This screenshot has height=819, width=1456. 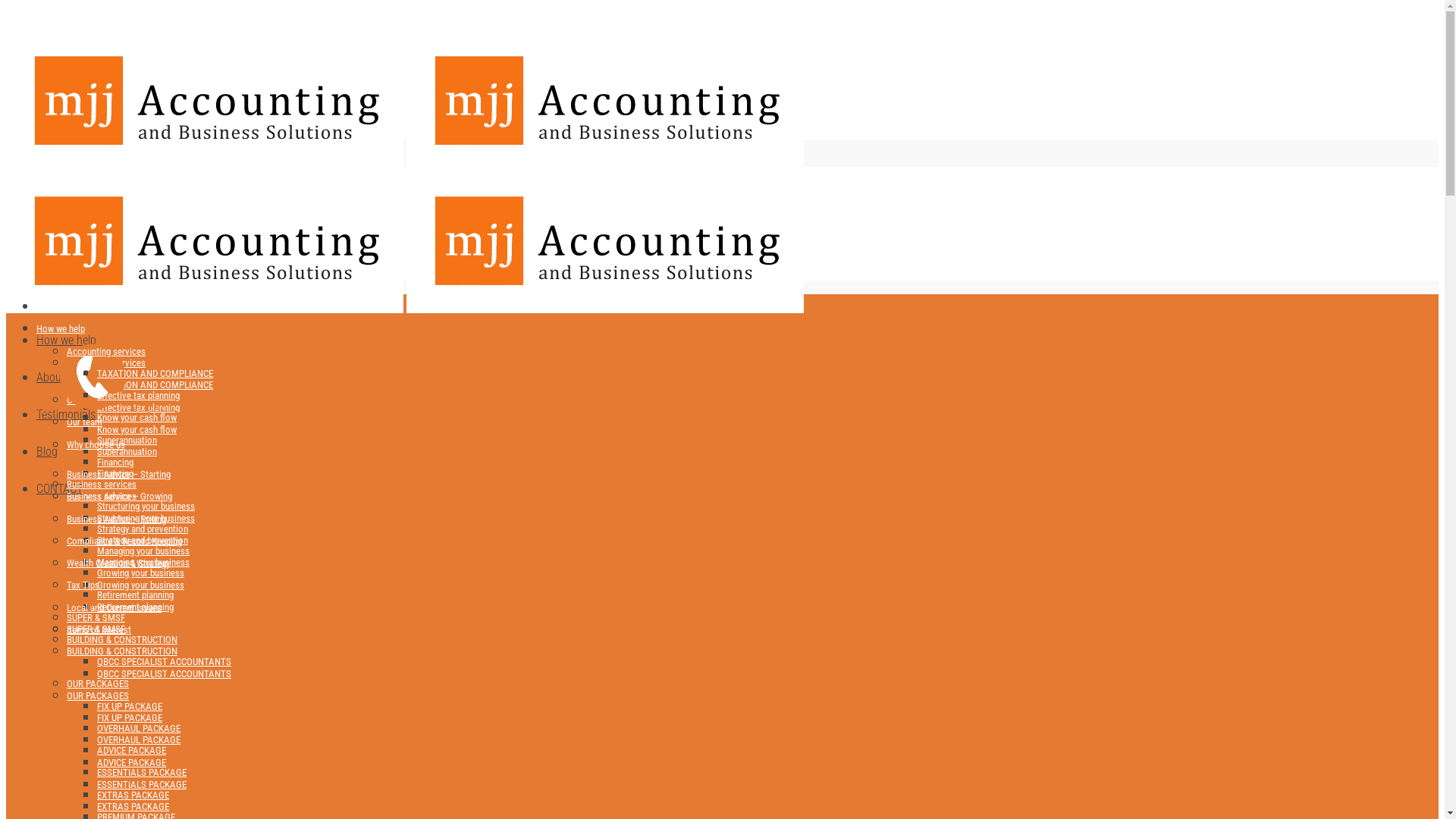 I want to click on 'Effective tax planning', so click(x=138, y=406).